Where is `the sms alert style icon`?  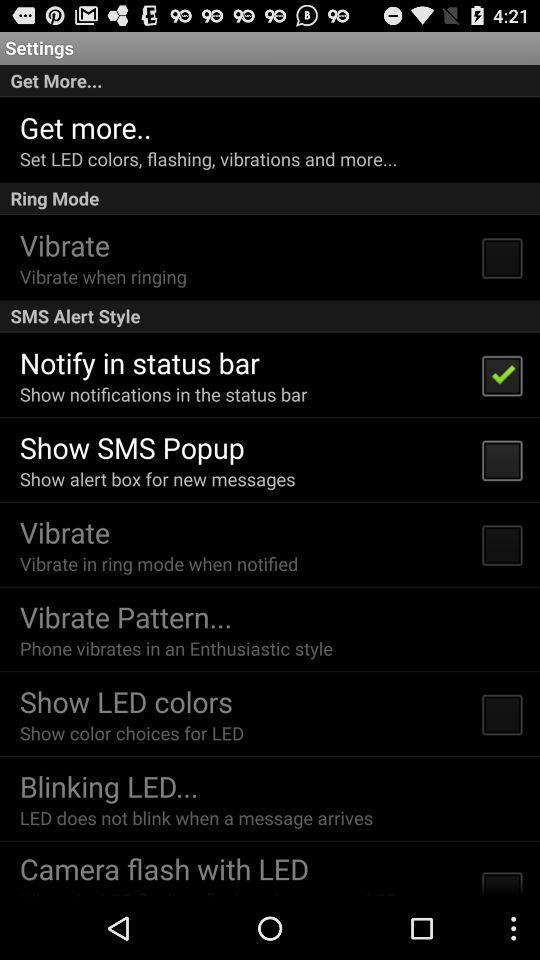 the sms alert style icon is located at coordinates (270, 316).